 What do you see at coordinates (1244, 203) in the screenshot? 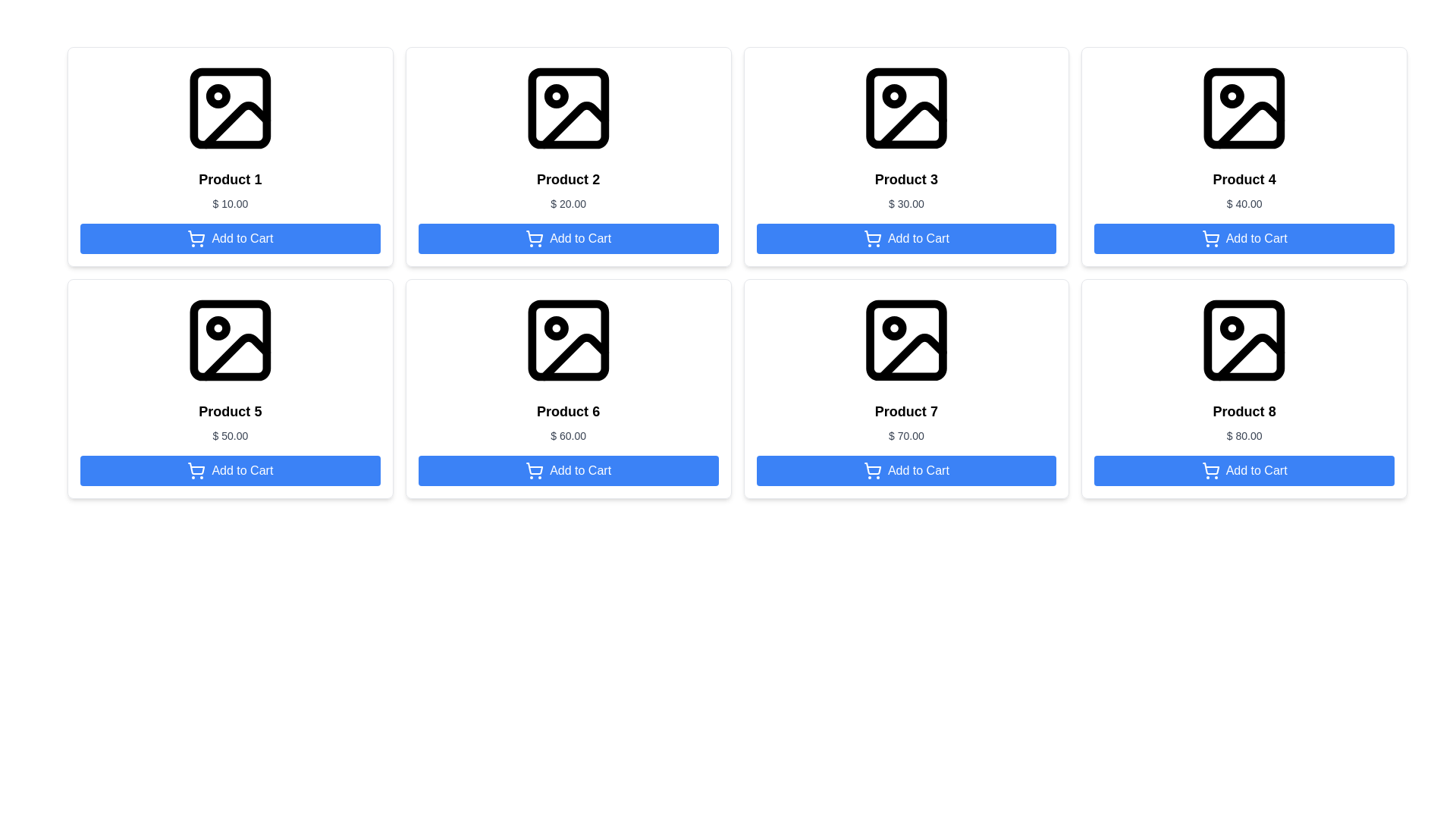
I see `the static text label displaying '$ 40.00', which is positioned below the label 'Product 4' and above the 'Add to Cart' button` at bounding box center [1244, 203].